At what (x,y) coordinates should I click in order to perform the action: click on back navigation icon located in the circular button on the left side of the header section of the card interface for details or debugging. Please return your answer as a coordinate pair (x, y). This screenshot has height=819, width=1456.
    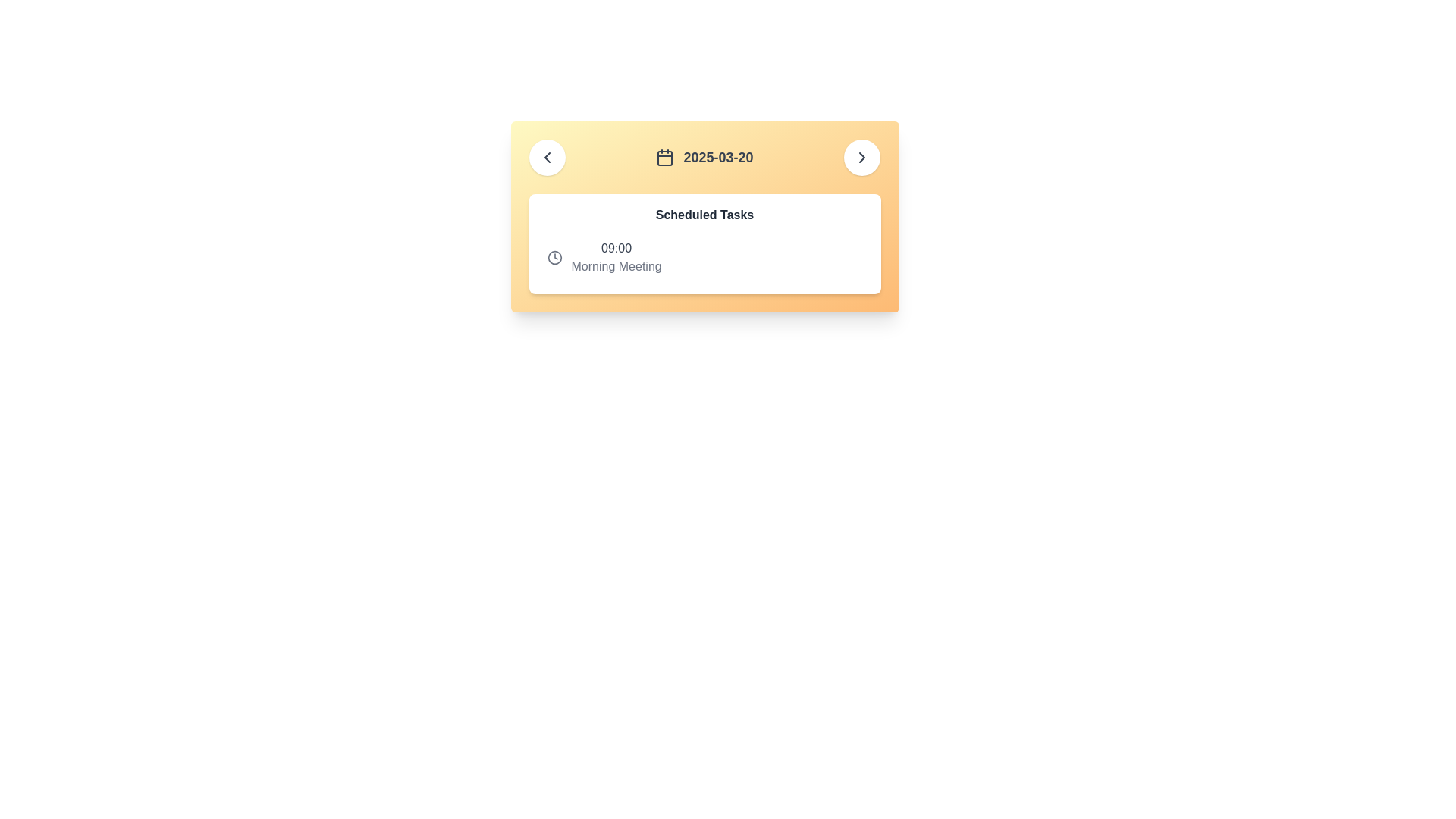
    Looking at the image, I should click on (546, 158).